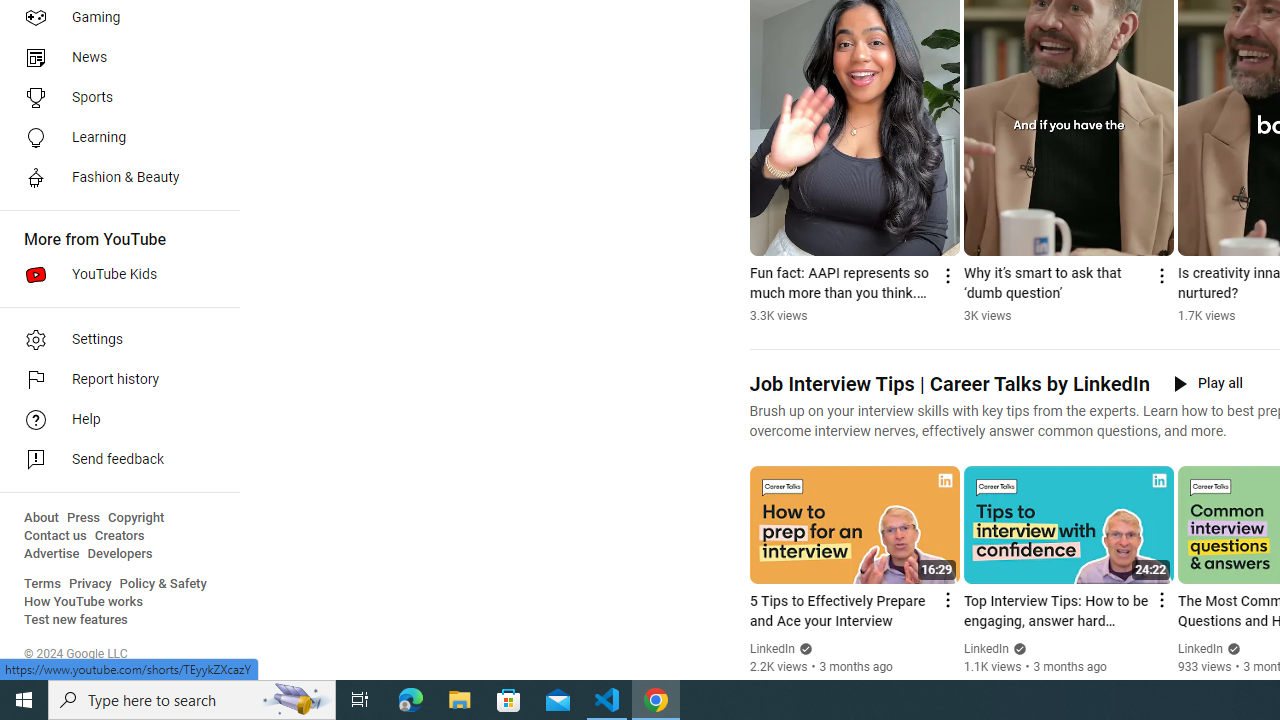 This screenshot has height=720, width=1280. I want to click on 'Advertise', so click(51, 554).